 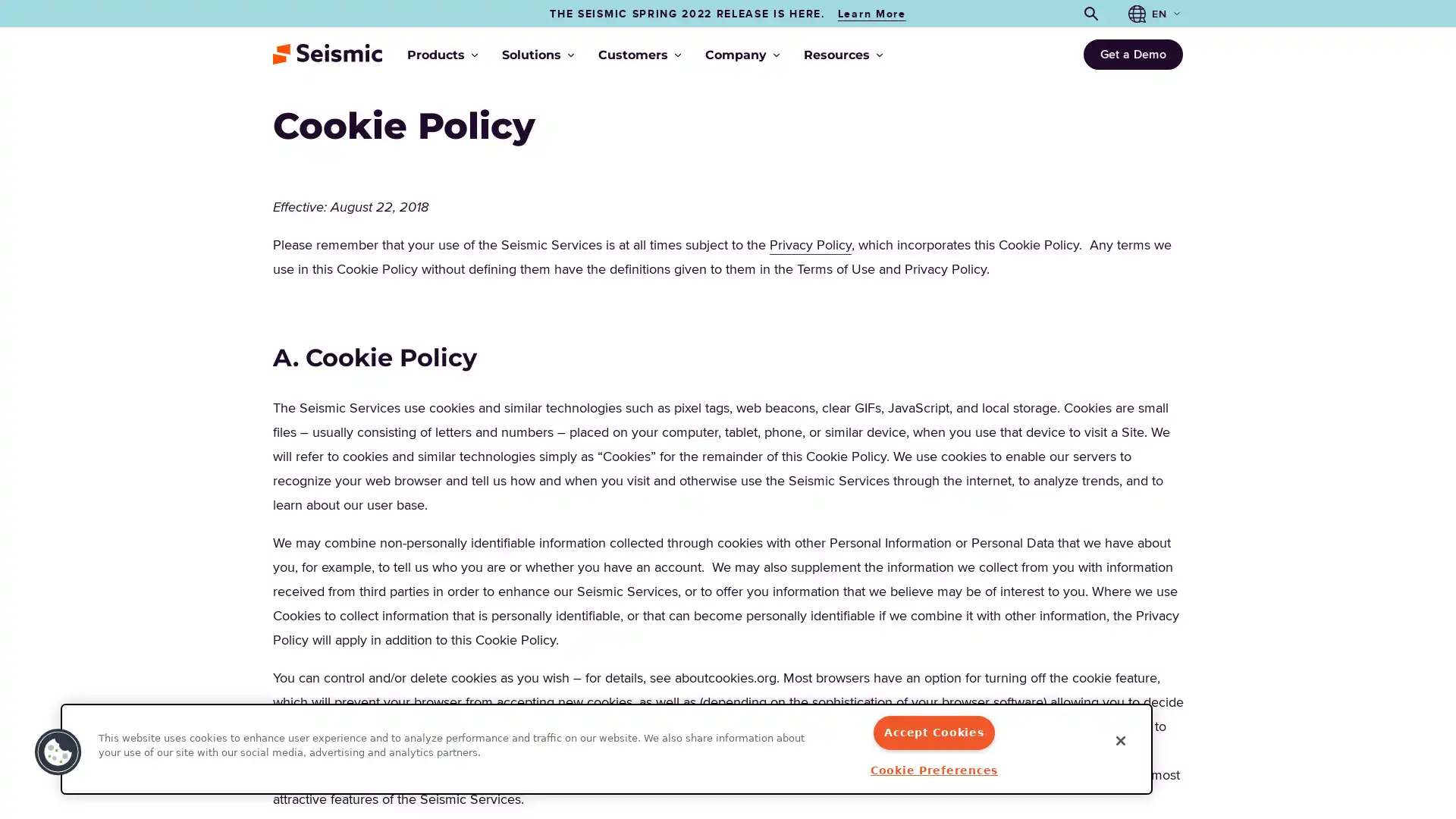 I want to click on Customers, so click(x=640, y=57).